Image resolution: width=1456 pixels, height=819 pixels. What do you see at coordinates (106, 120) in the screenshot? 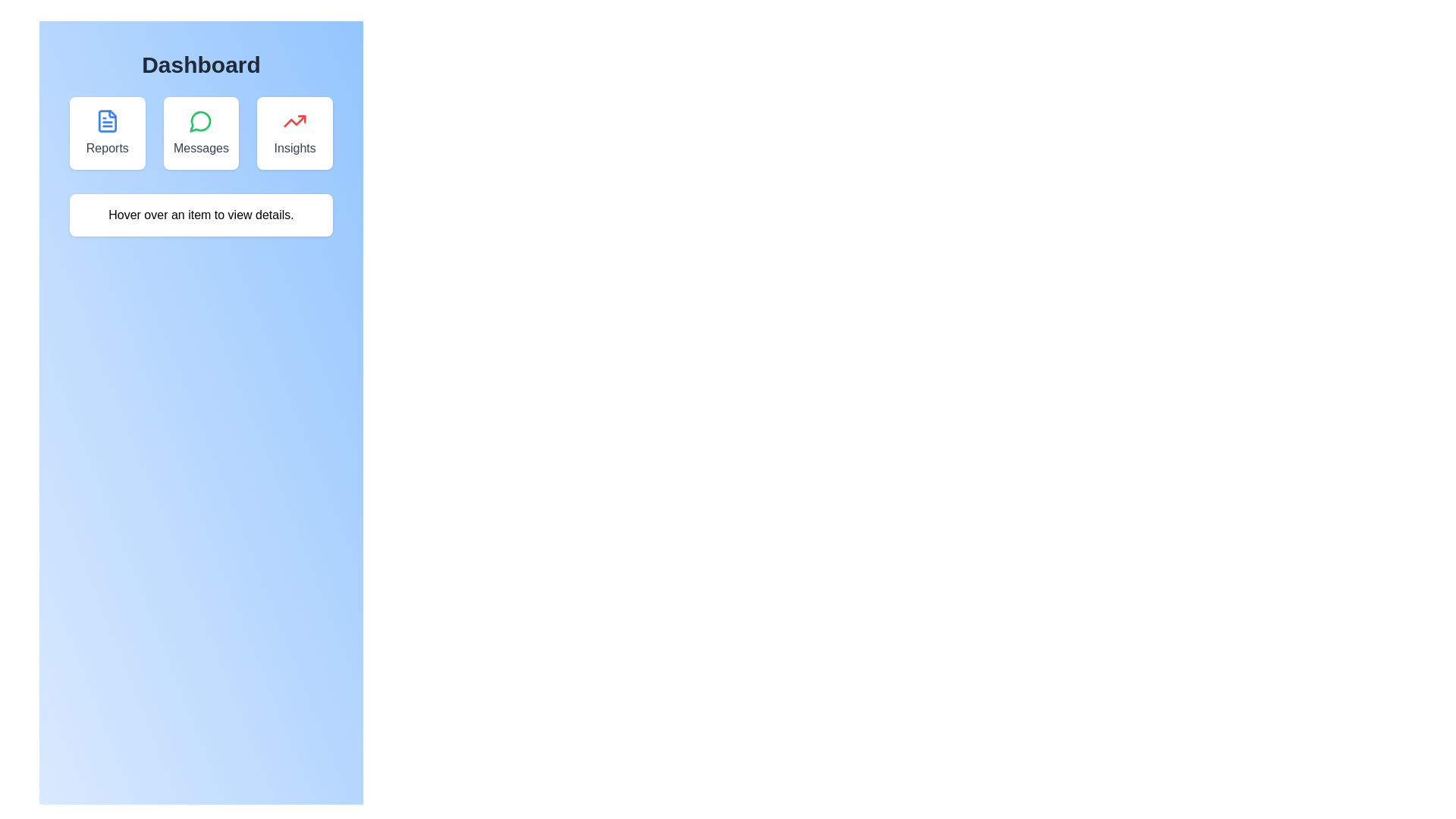
I see `the decorative file icon representing 'Reports' located at the top left section of the blue sidebar` at bounding box center [106, 120].